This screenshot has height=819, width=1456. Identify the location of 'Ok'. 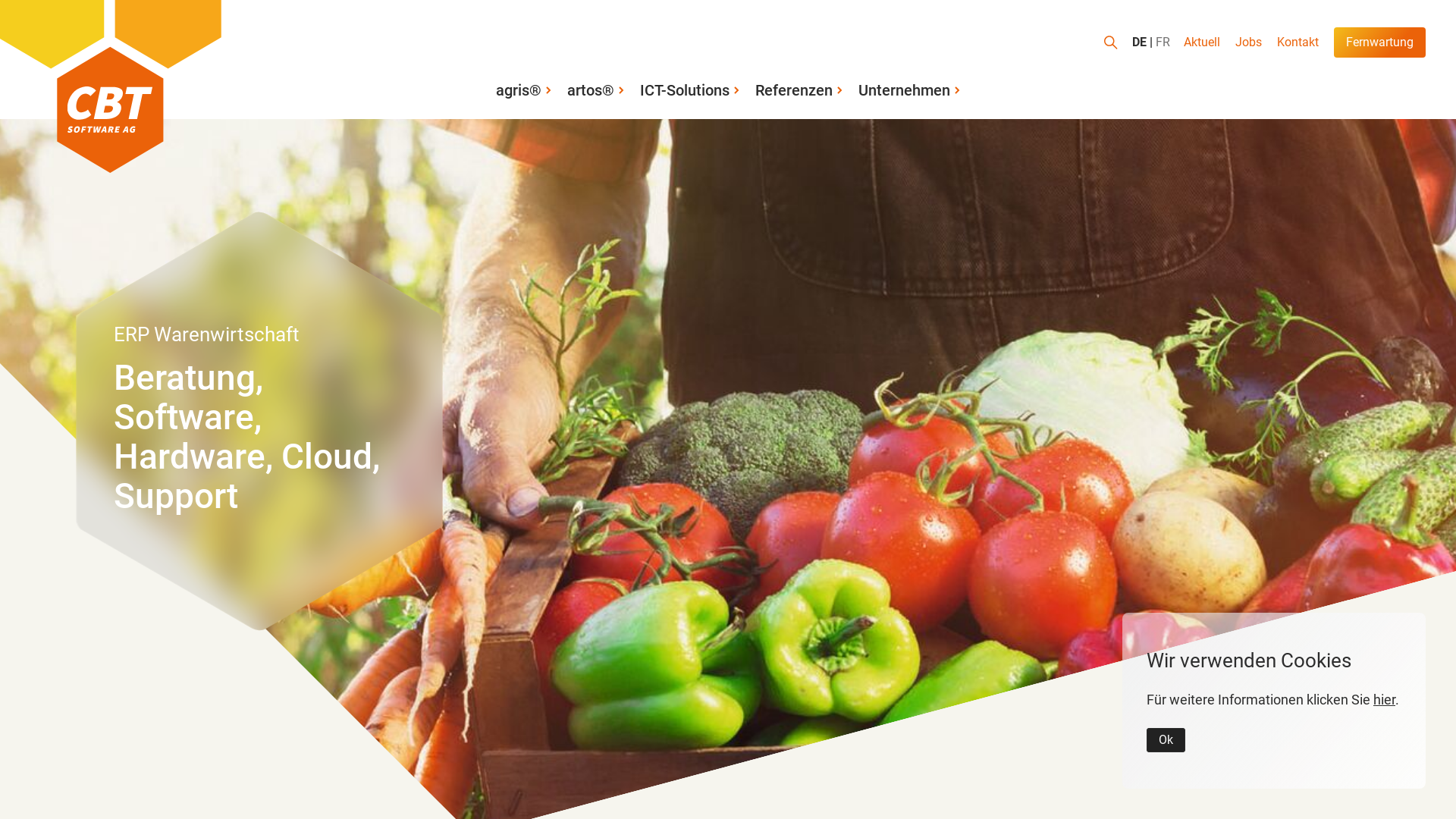
(1147, 739).